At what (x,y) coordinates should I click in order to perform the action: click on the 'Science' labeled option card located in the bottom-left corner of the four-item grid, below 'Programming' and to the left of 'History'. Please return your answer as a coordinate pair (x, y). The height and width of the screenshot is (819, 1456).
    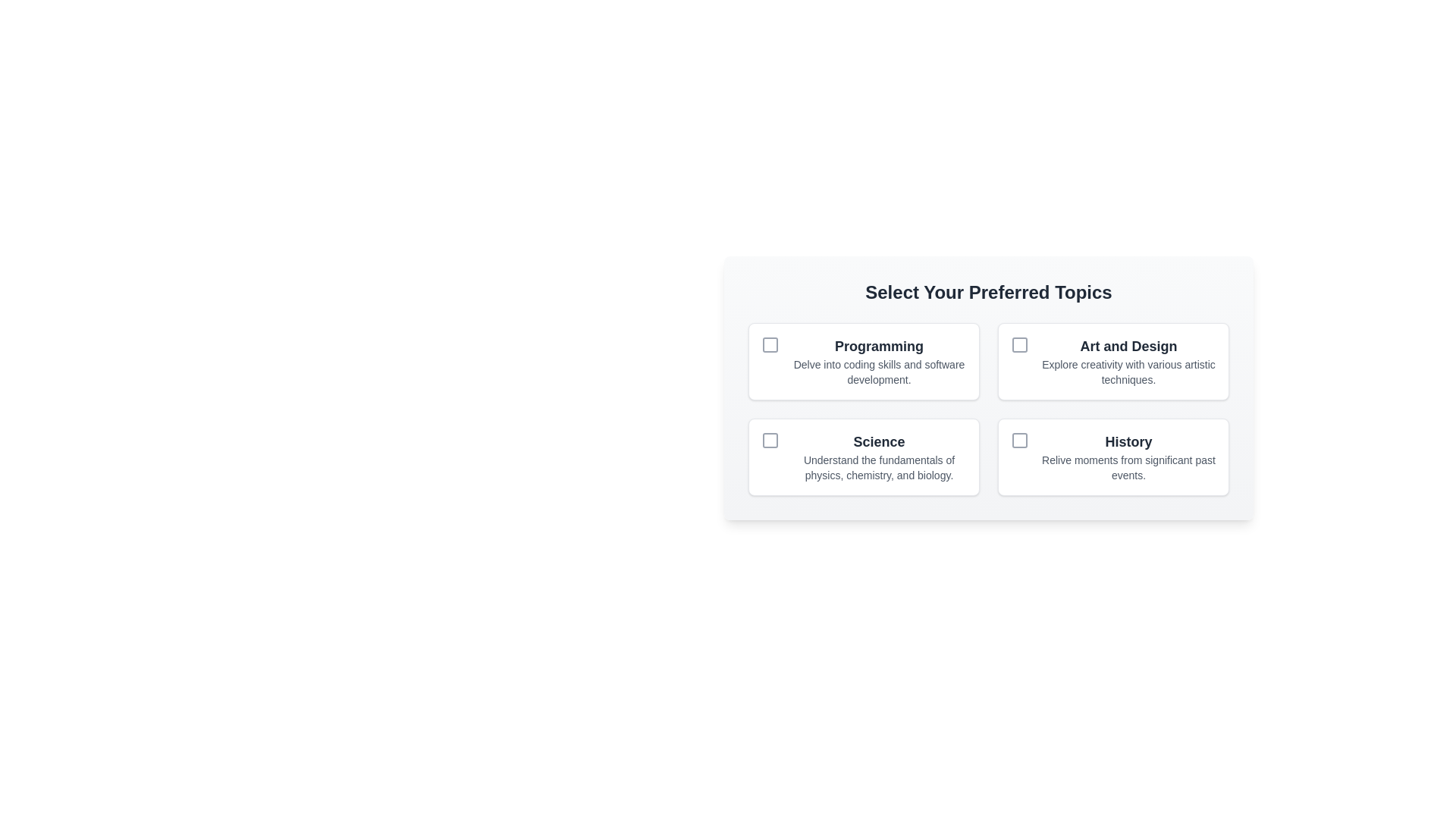
    Looking at the image, I should click on (879, 456).